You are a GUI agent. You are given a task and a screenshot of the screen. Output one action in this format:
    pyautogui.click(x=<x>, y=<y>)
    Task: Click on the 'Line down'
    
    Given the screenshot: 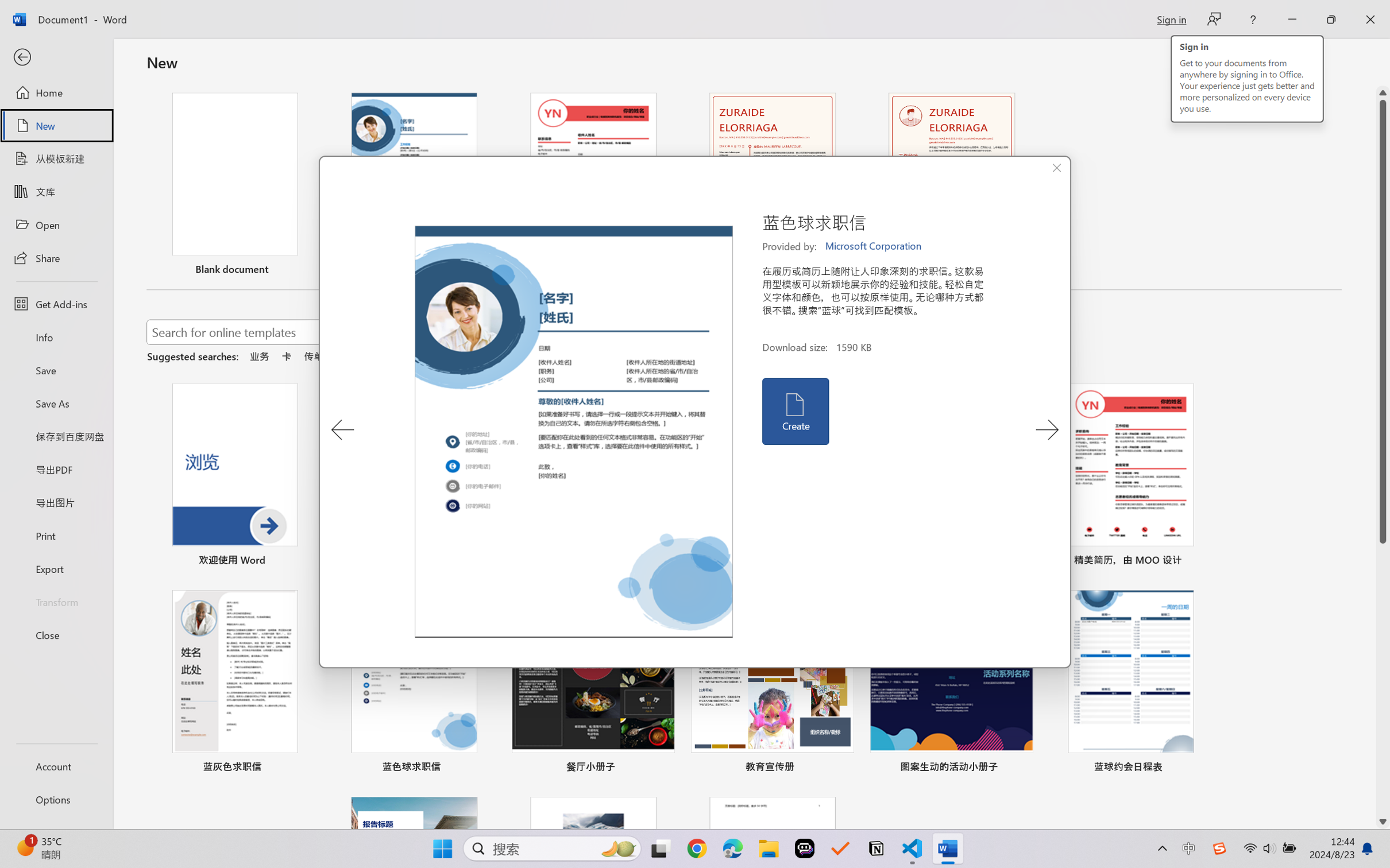 What is the action you would take?
    pyautogui.click(x=1383, y=822)
    